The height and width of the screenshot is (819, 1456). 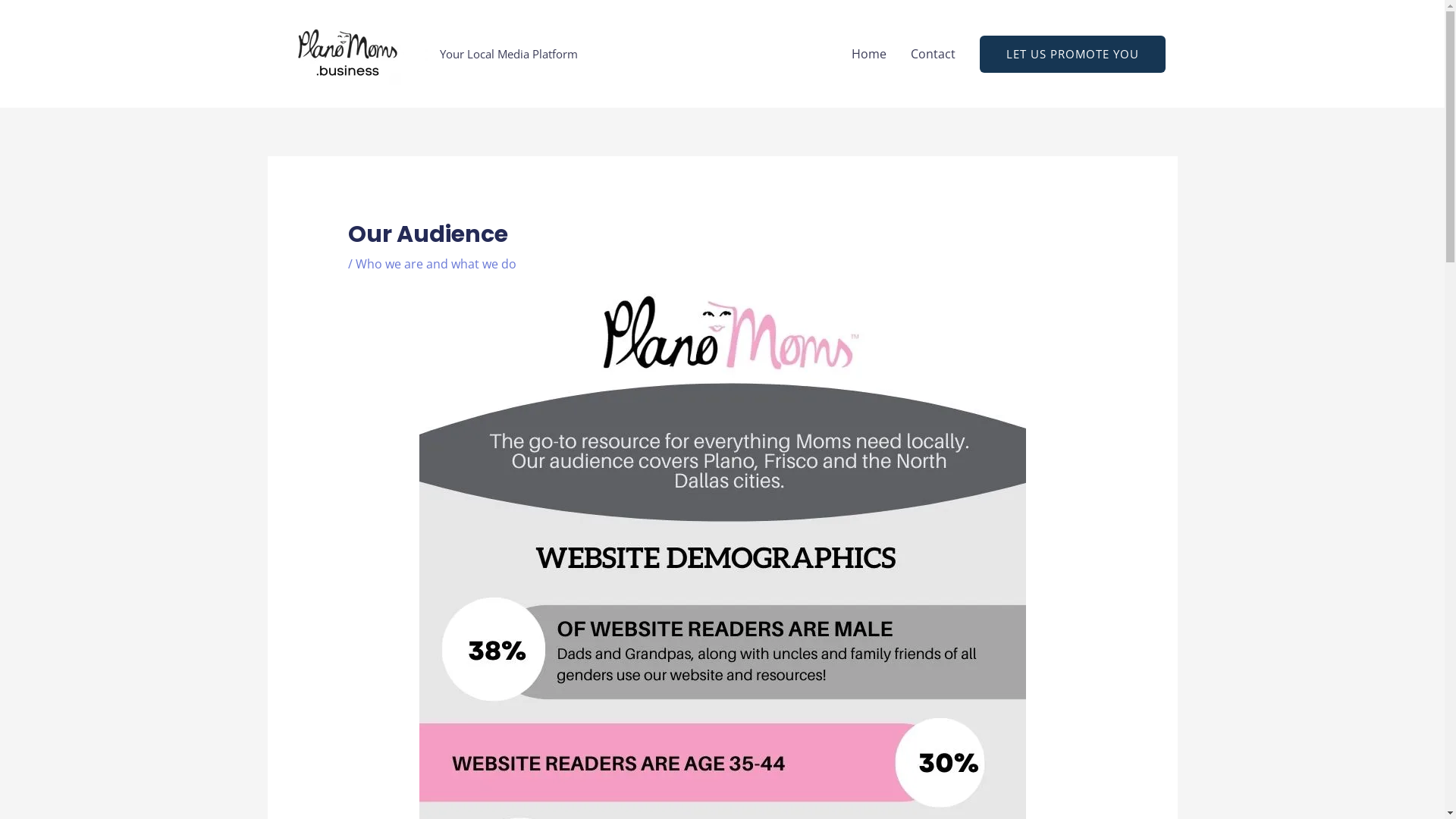 I want to click on 'LET US PROMOTE YOU', so click(x=1072, y=52).